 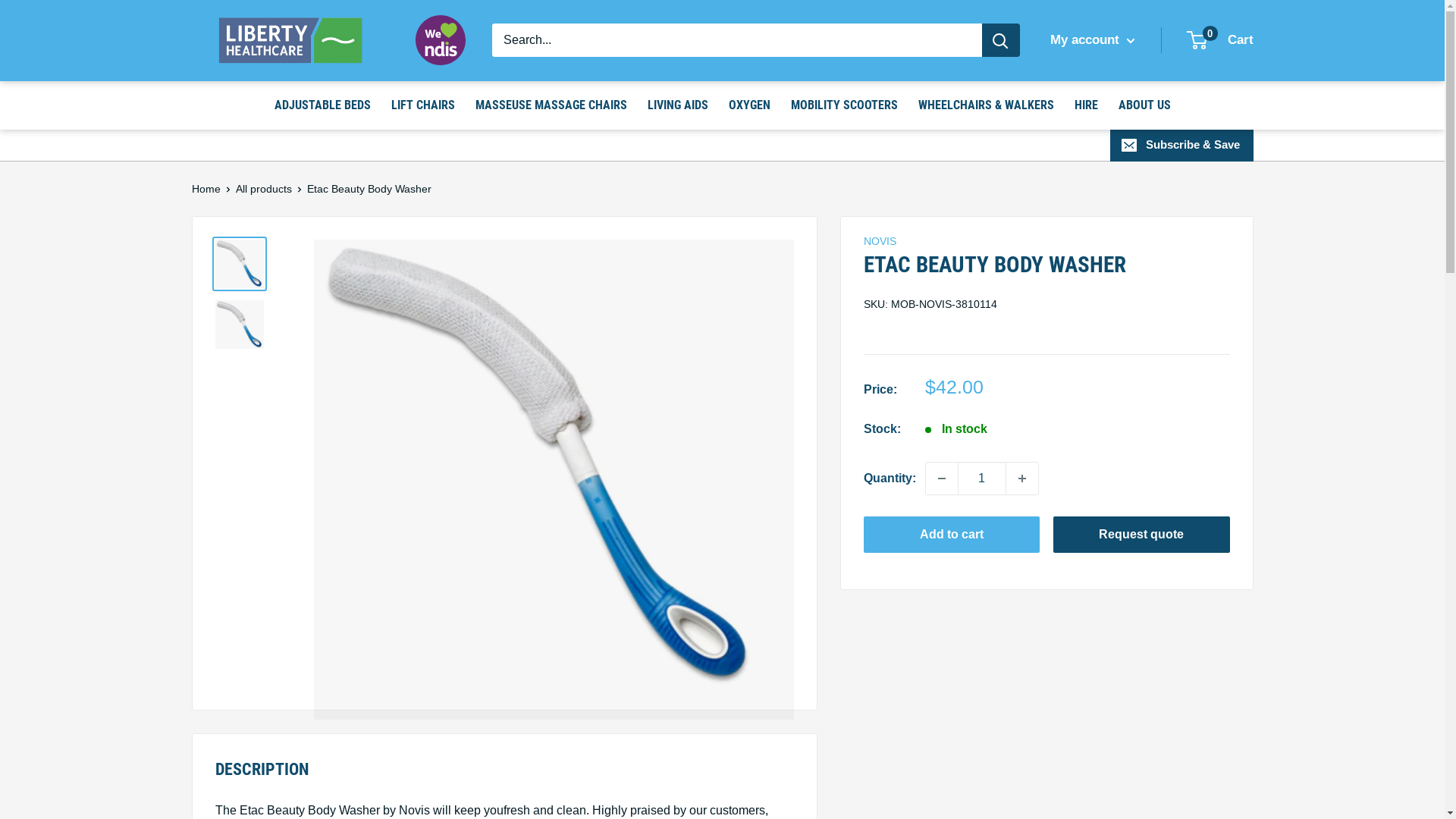 What do you see at coordinates (204, 188) in the screenshot?
I see `'Home'` at bounding box center [204, 188].